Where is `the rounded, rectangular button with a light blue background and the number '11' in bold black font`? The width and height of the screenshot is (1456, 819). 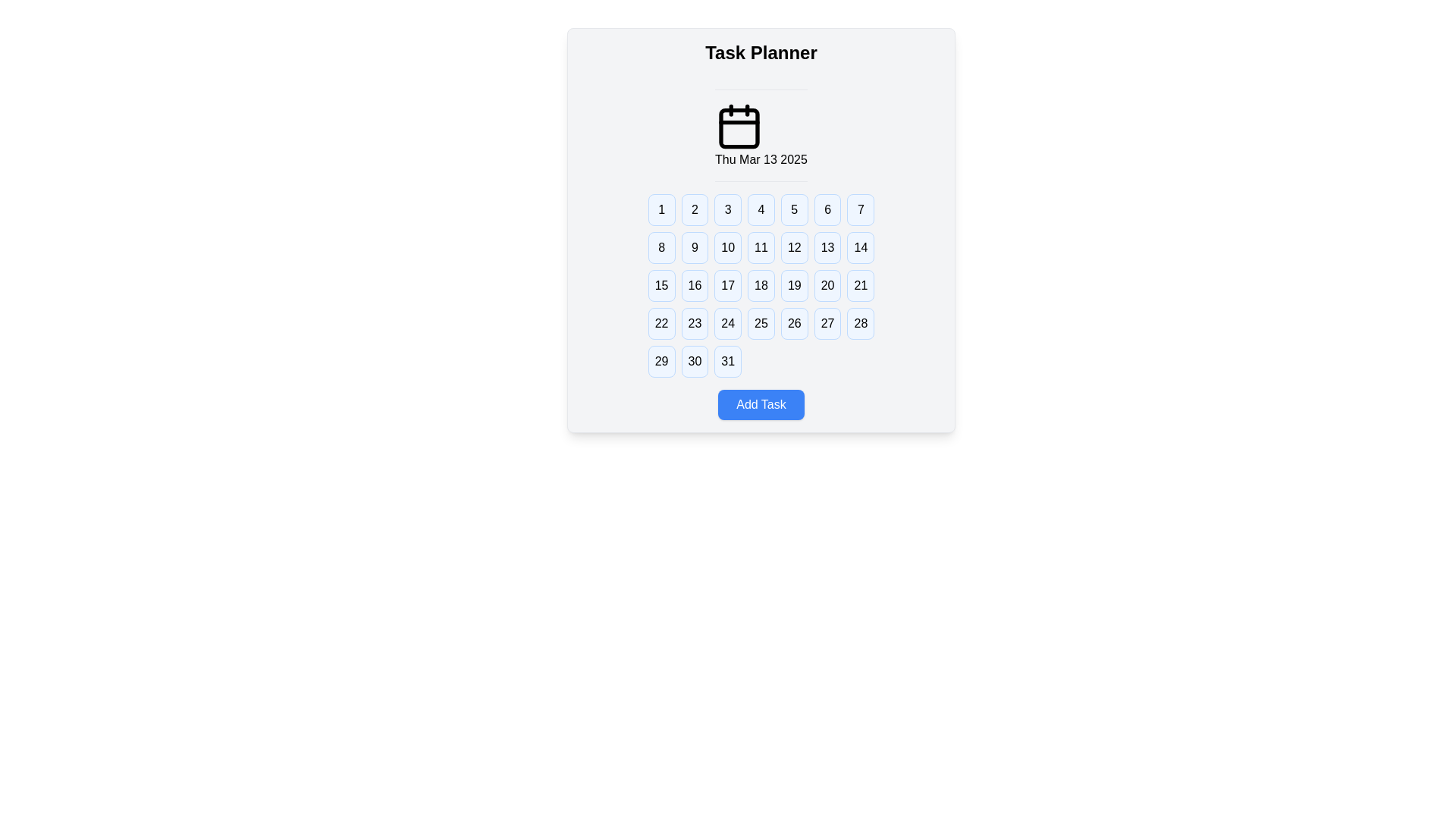
the rounded, rectangular button with a light blue background and the number '11' in bold black font is located at coordinates (761, 247).